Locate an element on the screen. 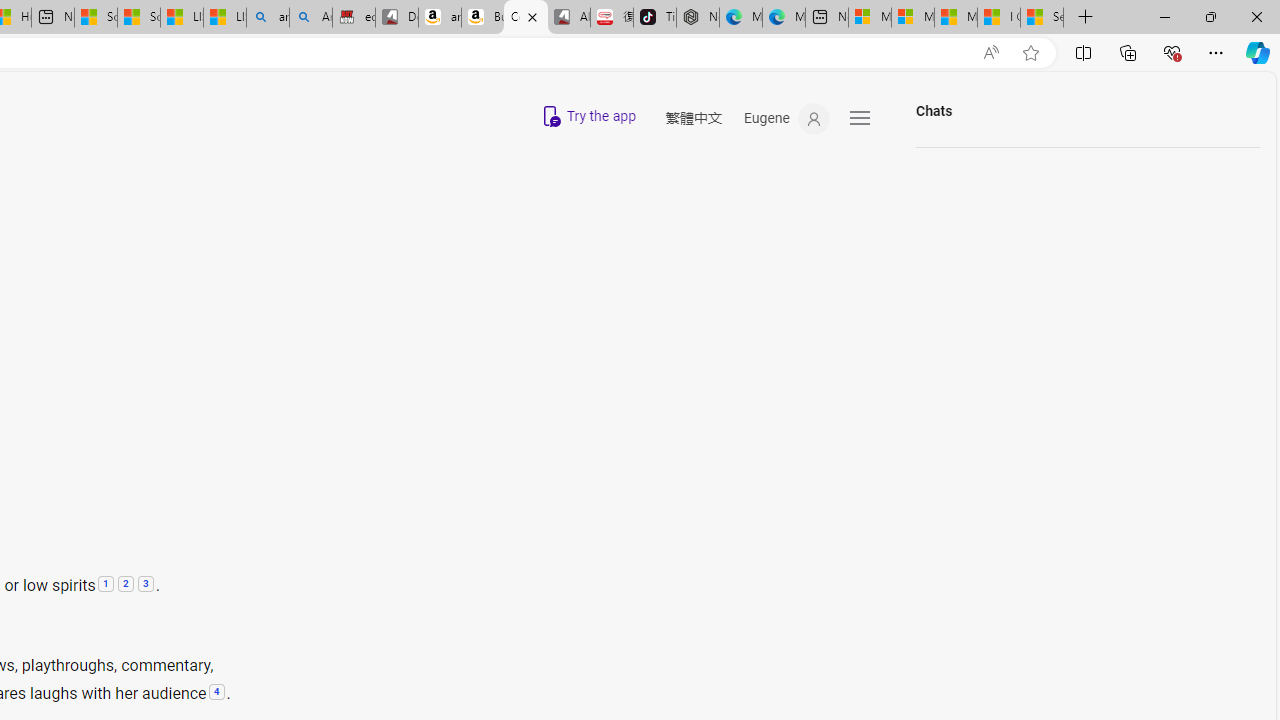  '3: Melancholy or Depression:' is located at coordinates (144, 585).